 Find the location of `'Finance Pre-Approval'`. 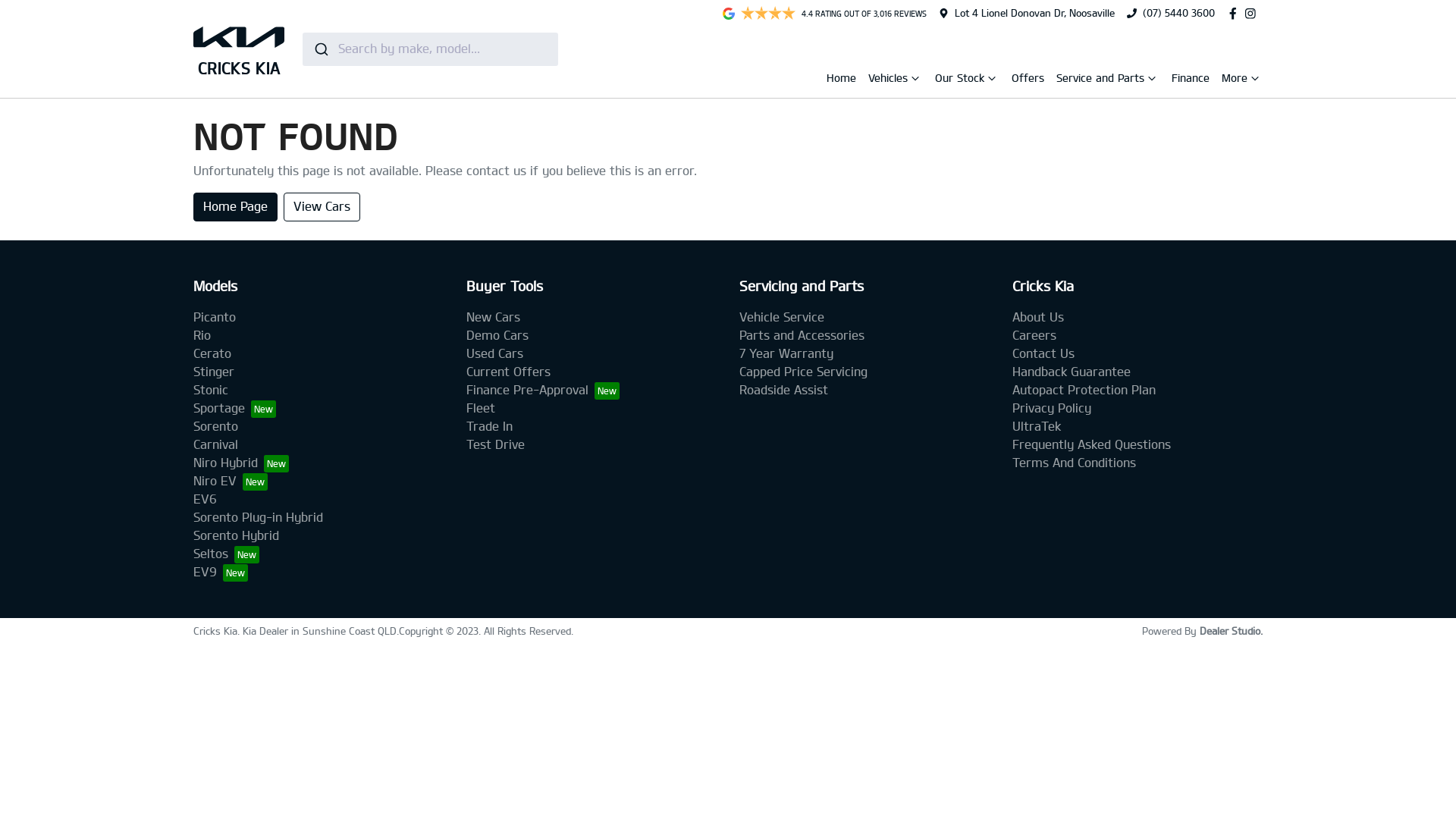

'Finance Pre-Approval' is located at coordinates (542, 389).